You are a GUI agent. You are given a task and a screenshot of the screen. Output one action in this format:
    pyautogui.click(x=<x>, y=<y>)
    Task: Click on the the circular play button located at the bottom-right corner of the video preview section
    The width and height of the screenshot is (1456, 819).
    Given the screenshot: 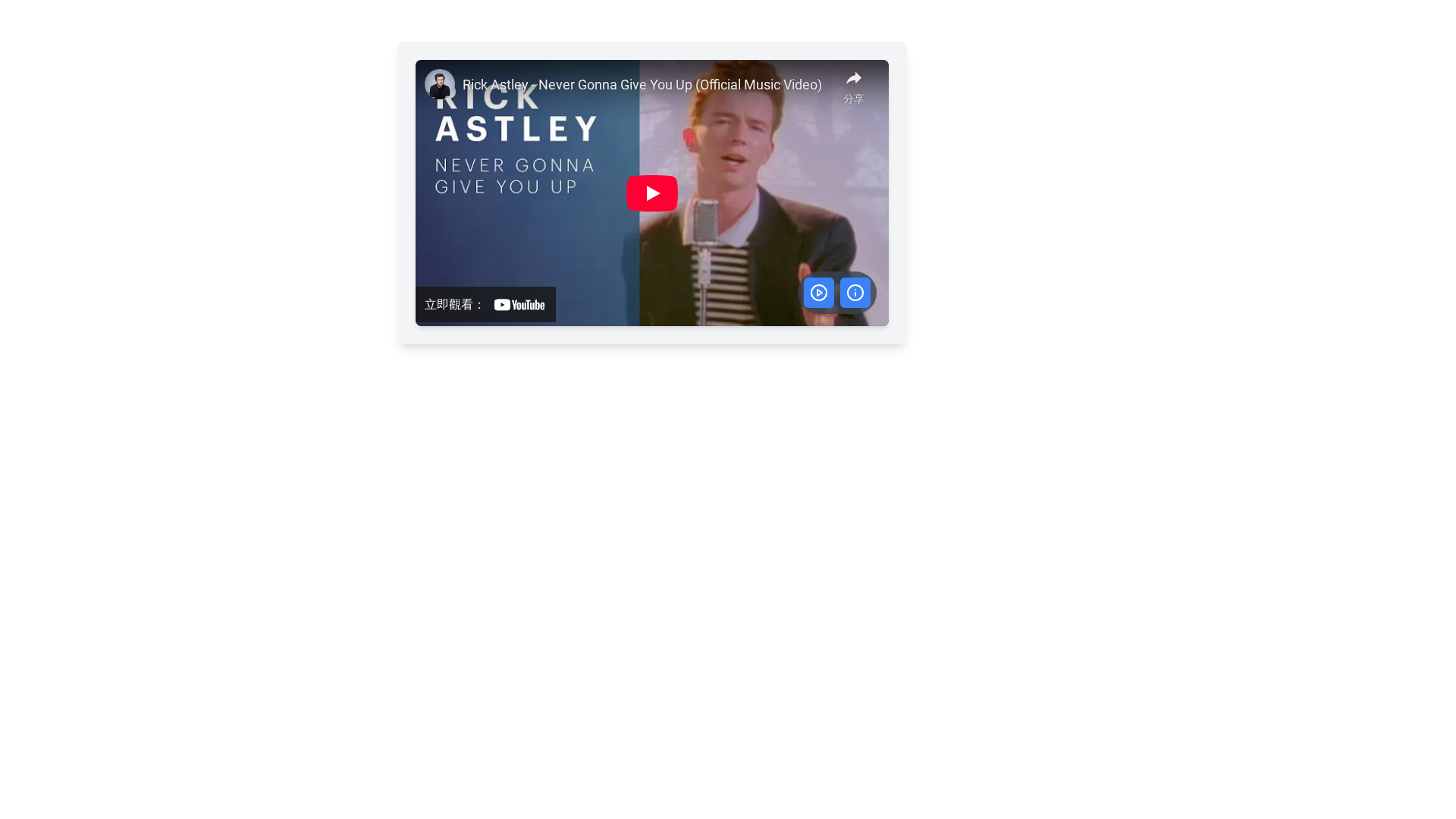 What is the action you would take?
    pyautogui.click(x=817, y=292)
    